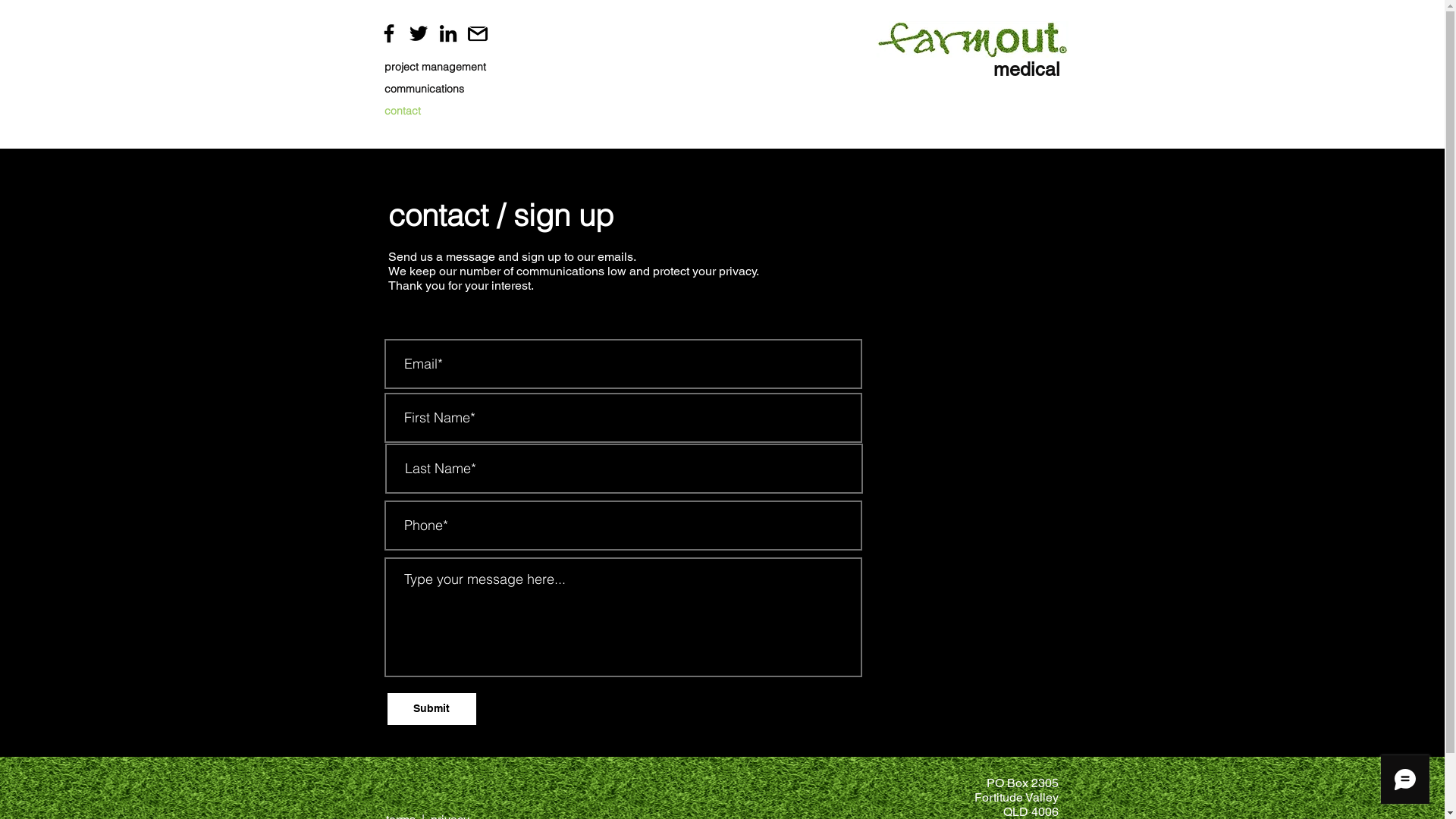 This screenshot has height=819, width=1456. What do you see at coordinates (439, 89) in the screenshot?
I see `'communications'` at bounding box center [439, 89].